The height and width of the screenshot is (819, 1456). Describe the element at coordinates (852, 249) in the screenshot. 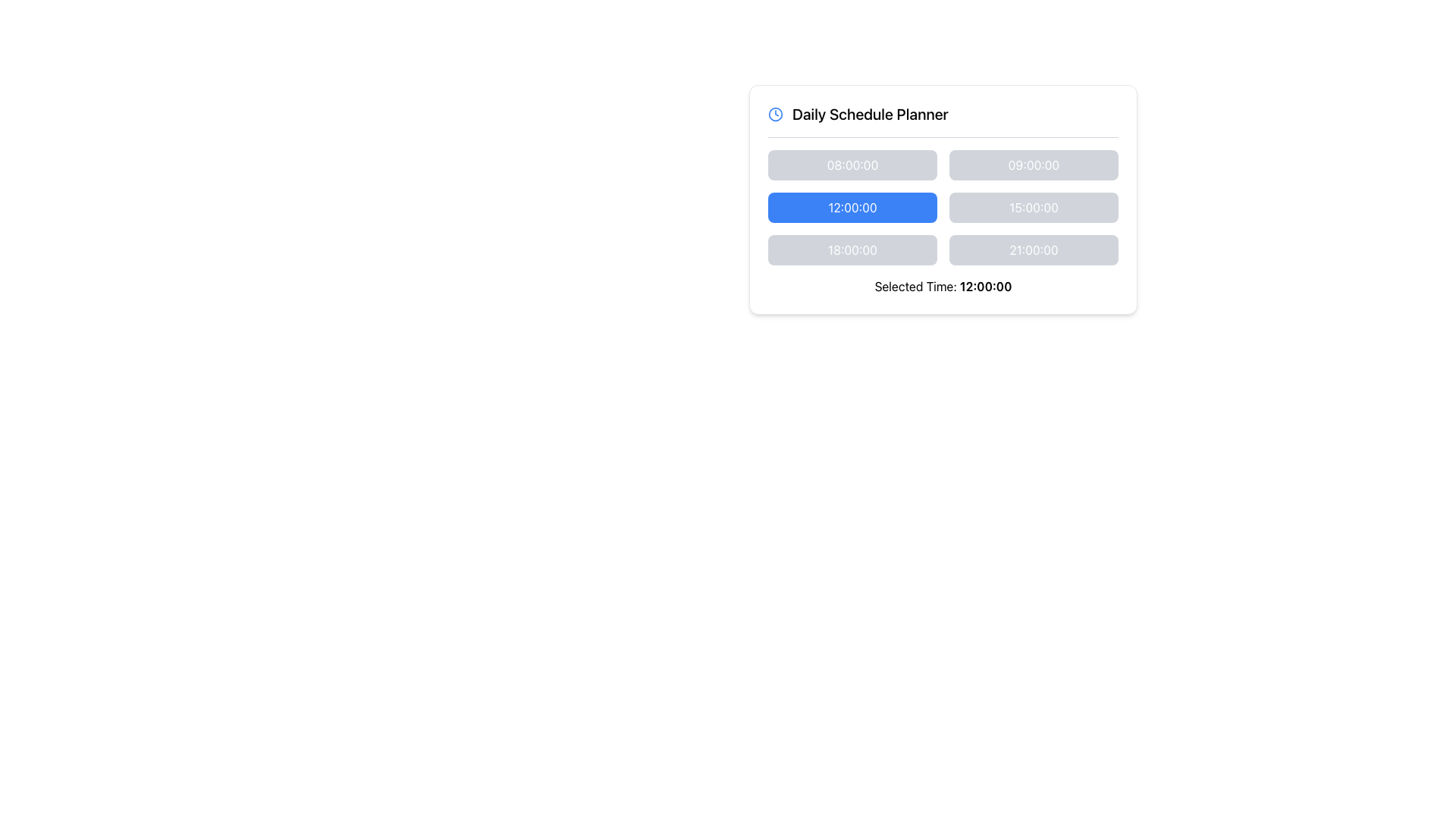

I see `the gray rectangular button labeled '18:00:00'` at that location.